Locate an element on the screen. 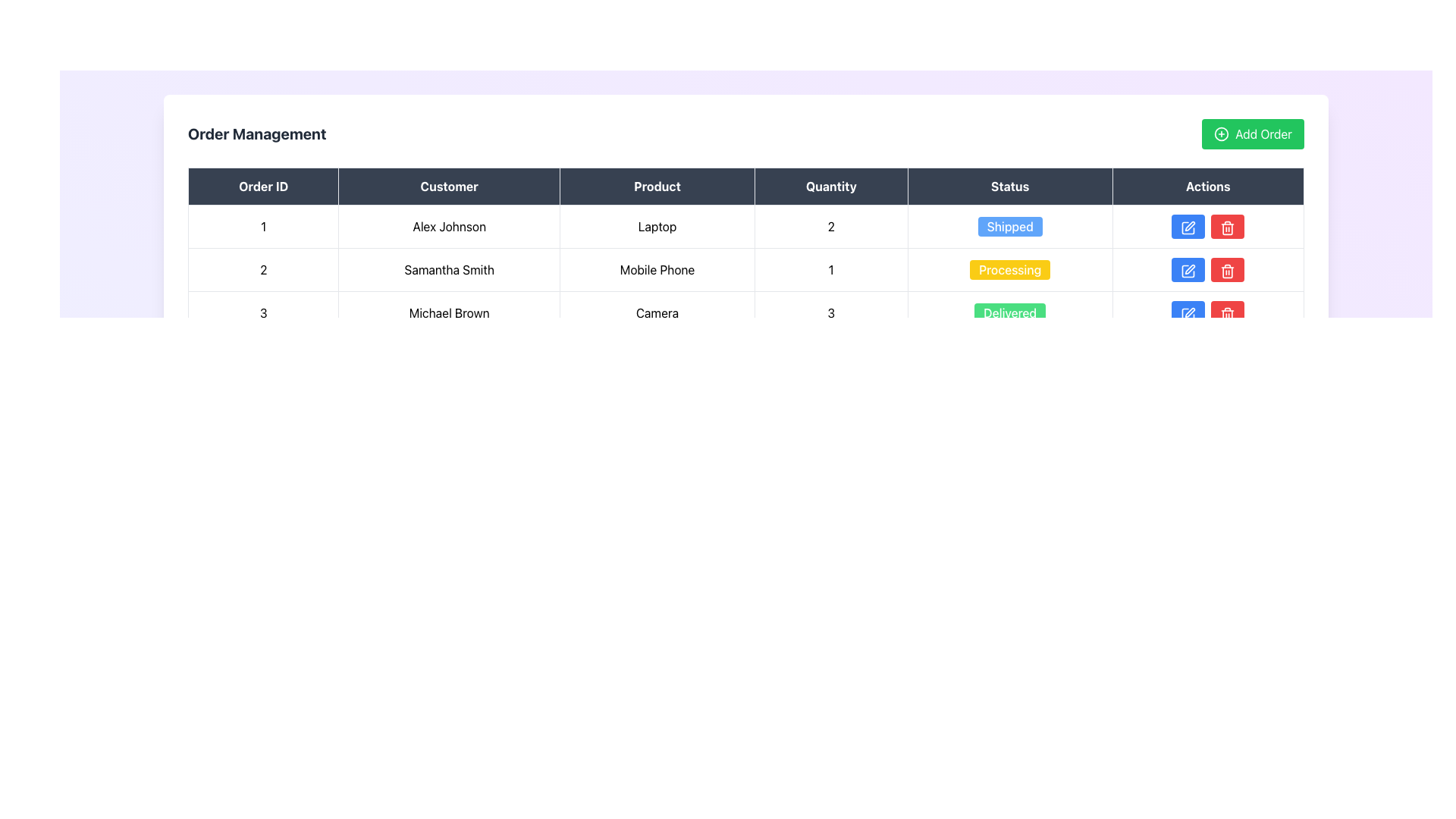 This screenshot has height=819, width=1456. the SVG circle element that represents the icon of the 'Add Order' button in the top-right corner is located at coordinates (1222, 133).